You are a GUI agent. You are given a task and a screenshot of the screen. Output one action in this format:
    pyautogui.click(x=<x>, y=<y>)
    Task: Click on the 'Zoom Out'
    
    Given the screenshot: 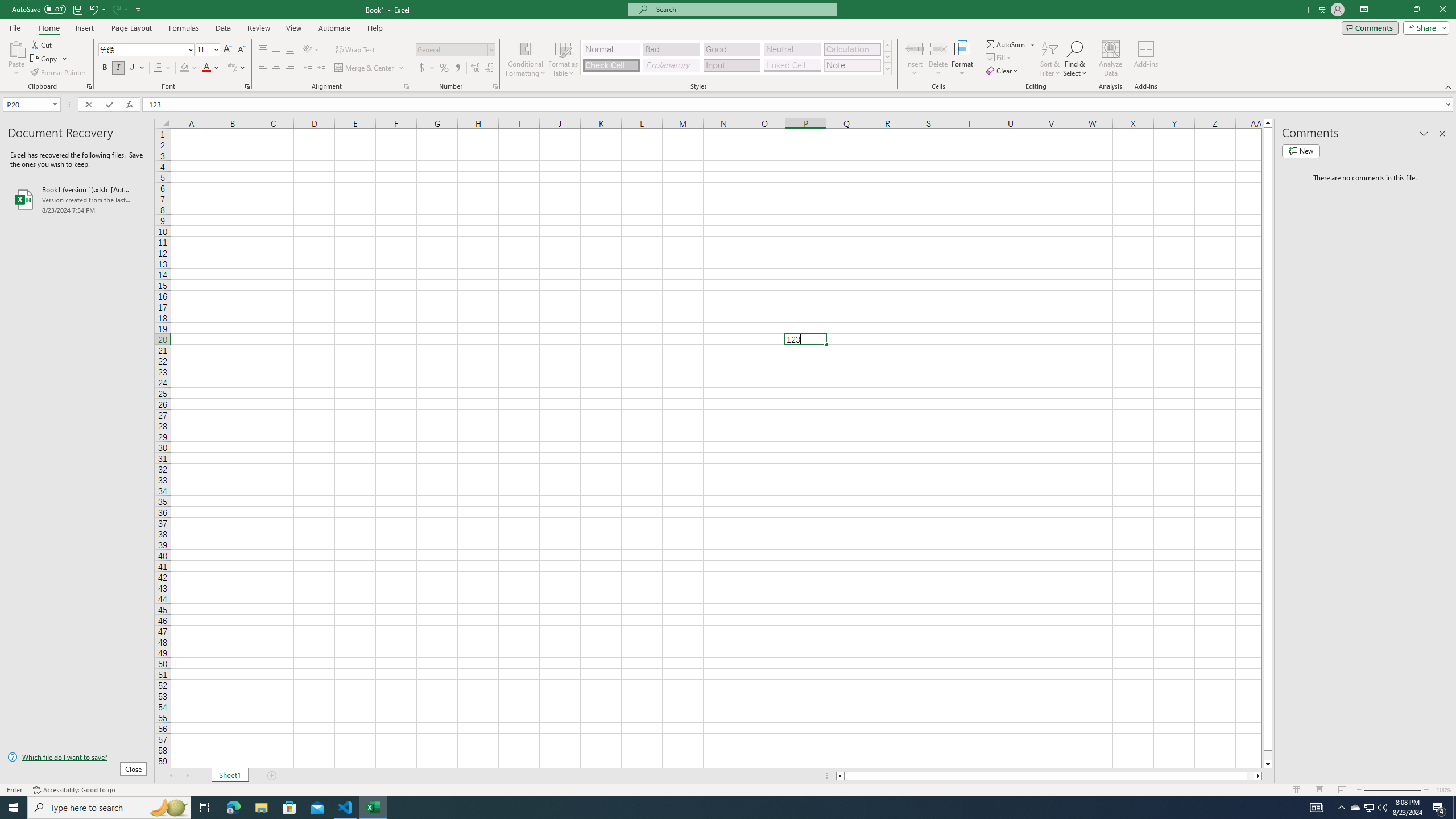 What is the action you would take?
    pyautogui.click(x=1378, y=790)
    